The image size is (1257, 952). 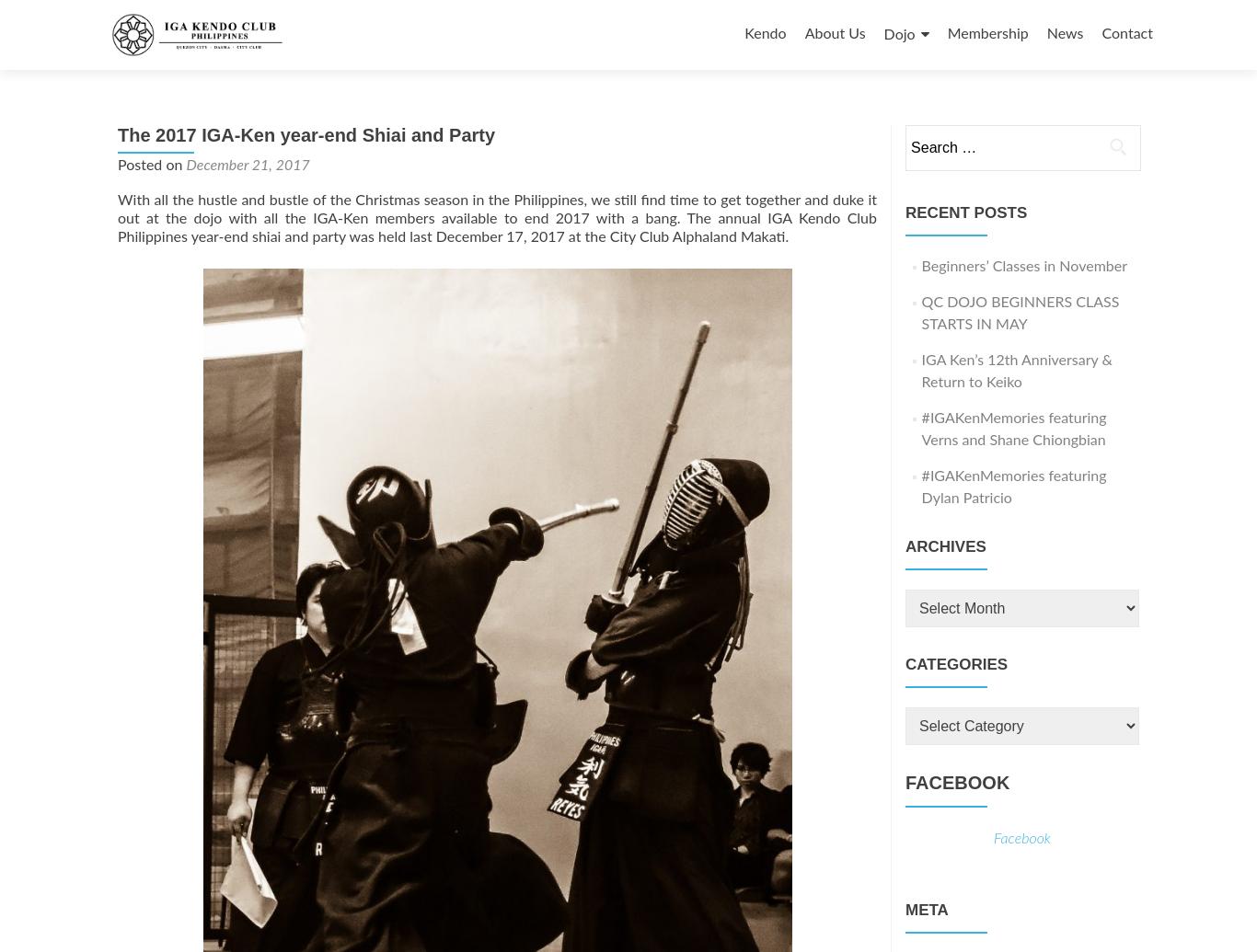 I want to click on 'About Us', so click(x=834, y=33).